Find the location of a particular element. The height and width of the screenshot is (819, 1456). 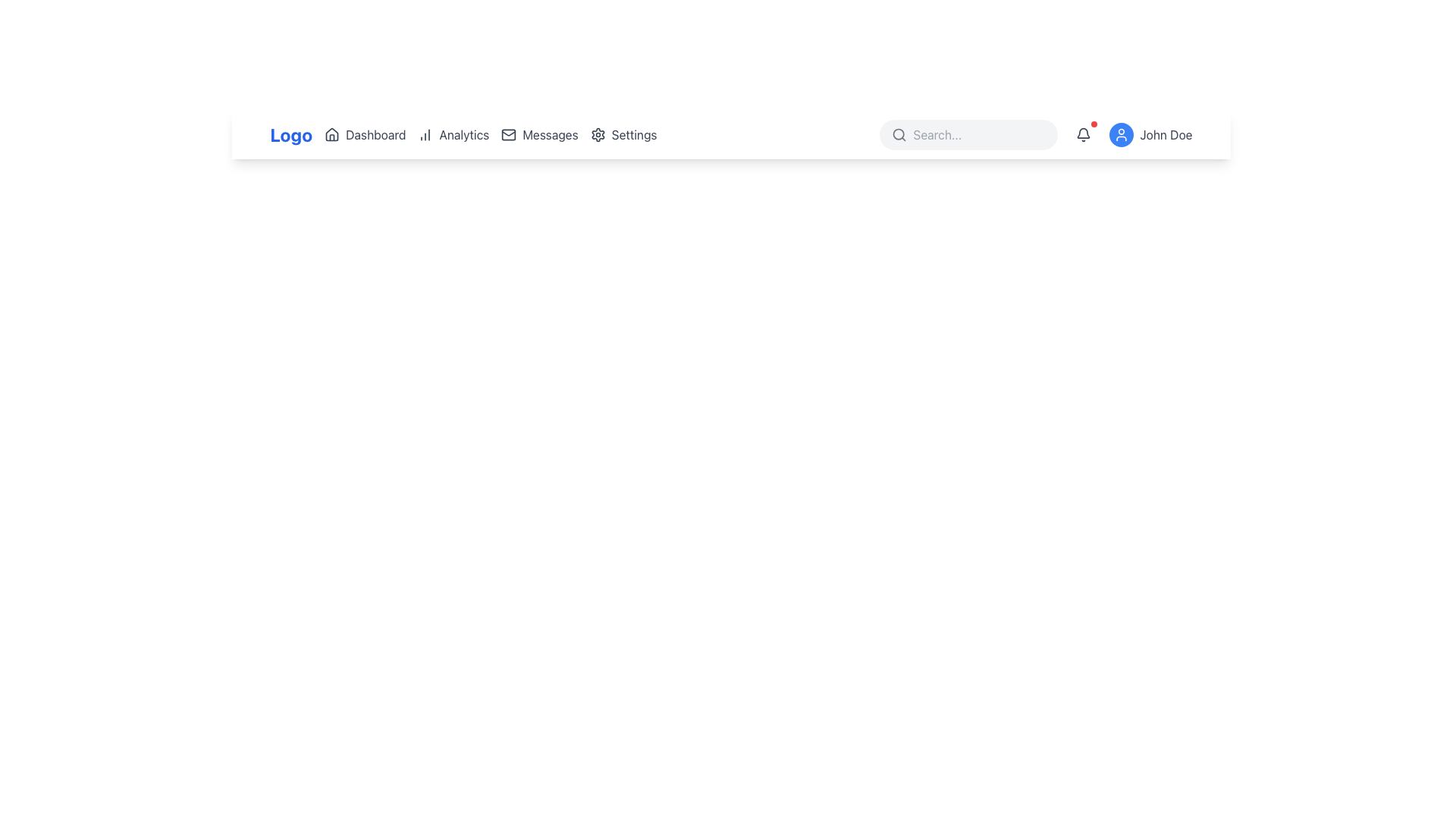

the Text label in the navigation bar, which guides users to the messages or inbox section, positioned between 'Analytics' and 'Settings' is located at coordinates (549, 133).